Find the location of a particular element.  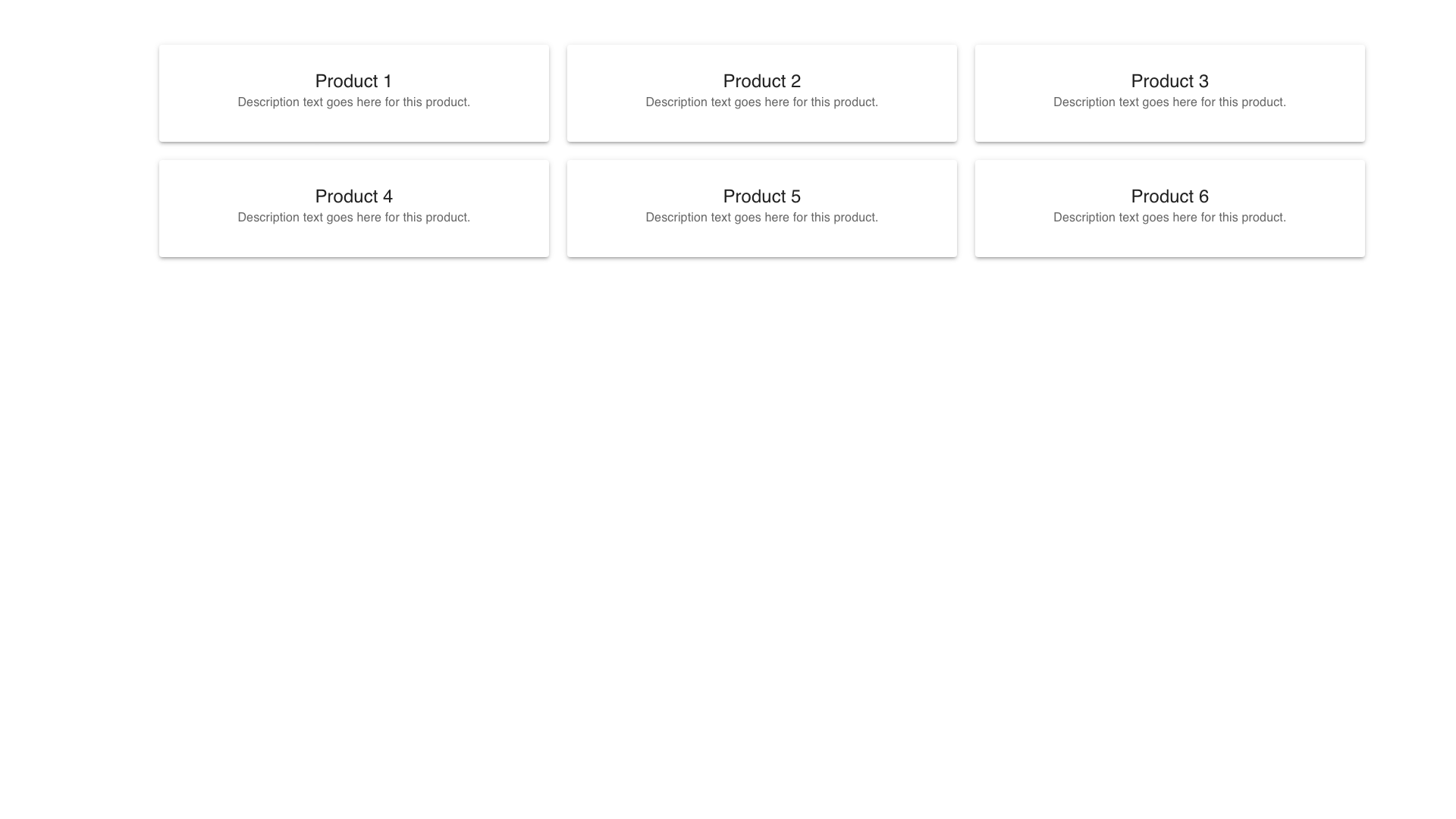

the second card in the first row of a 3-column grid layout, which presents information about 'Product 2' is located at coordinates (753, 84).